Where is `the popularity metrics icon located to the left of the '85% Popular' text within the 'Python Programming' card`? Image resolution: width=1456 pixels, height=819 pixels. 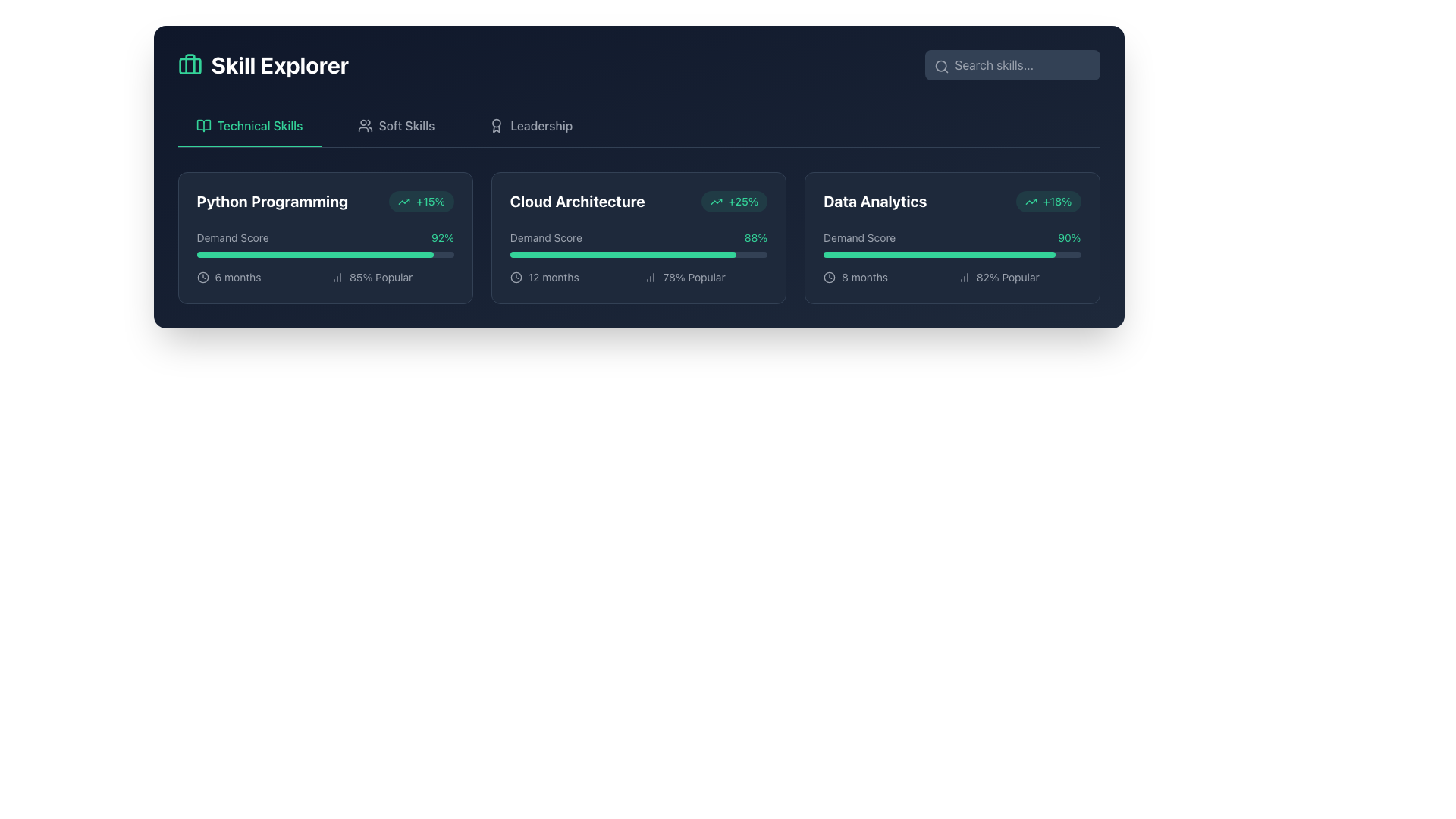
the popularity metrics icon located to the left of the '85% Popular' text within the 'Python Programming' card is located at coordinates (337, 278).